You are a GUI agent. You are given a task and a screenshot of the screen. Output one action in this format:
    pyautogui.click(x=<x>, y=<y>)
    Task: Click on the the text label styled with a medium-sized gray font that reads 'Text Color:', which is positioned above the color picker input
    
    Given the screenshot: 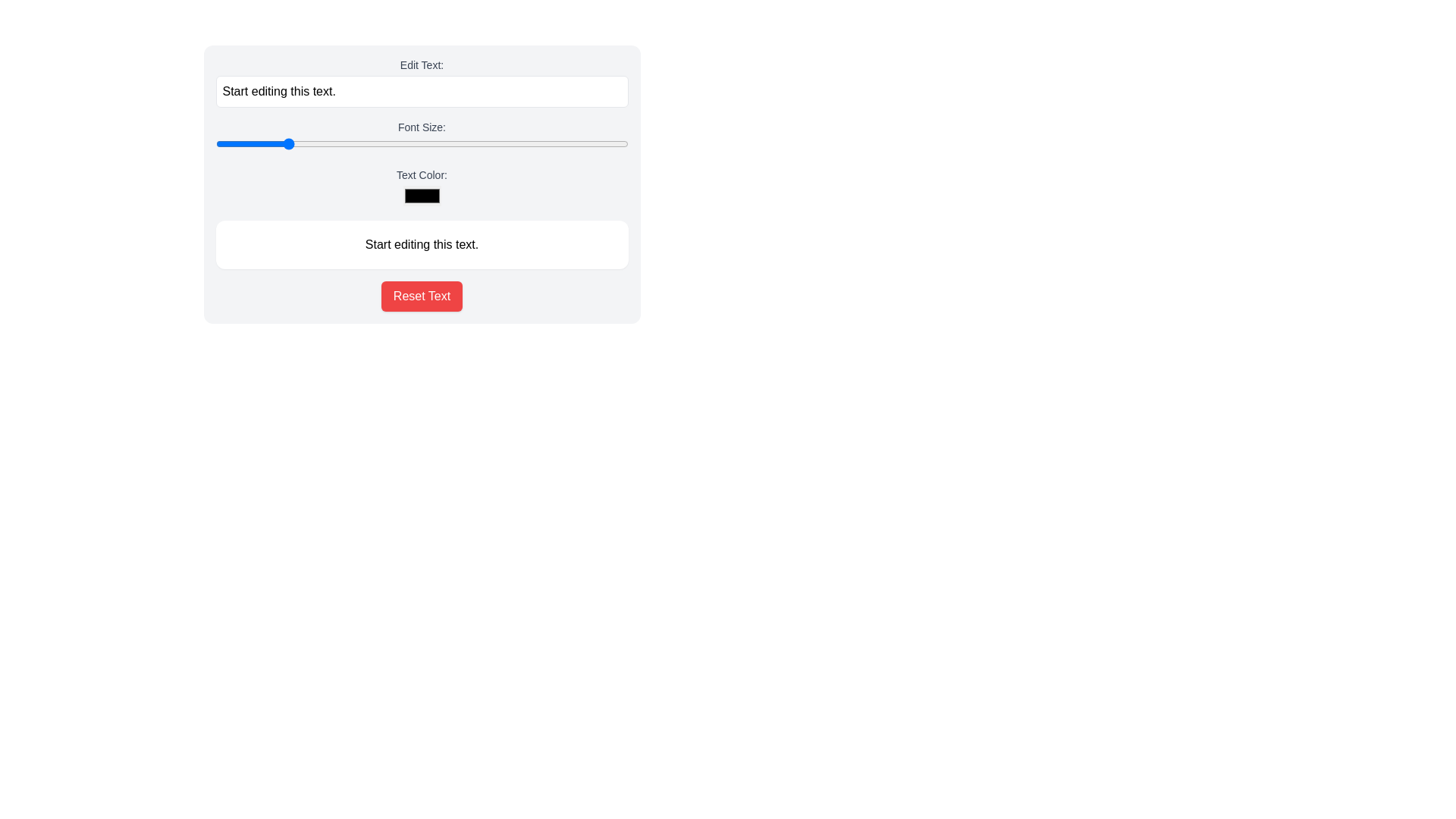 What is the action you would take?
    pyautogui.click(x=422, y=174)
    